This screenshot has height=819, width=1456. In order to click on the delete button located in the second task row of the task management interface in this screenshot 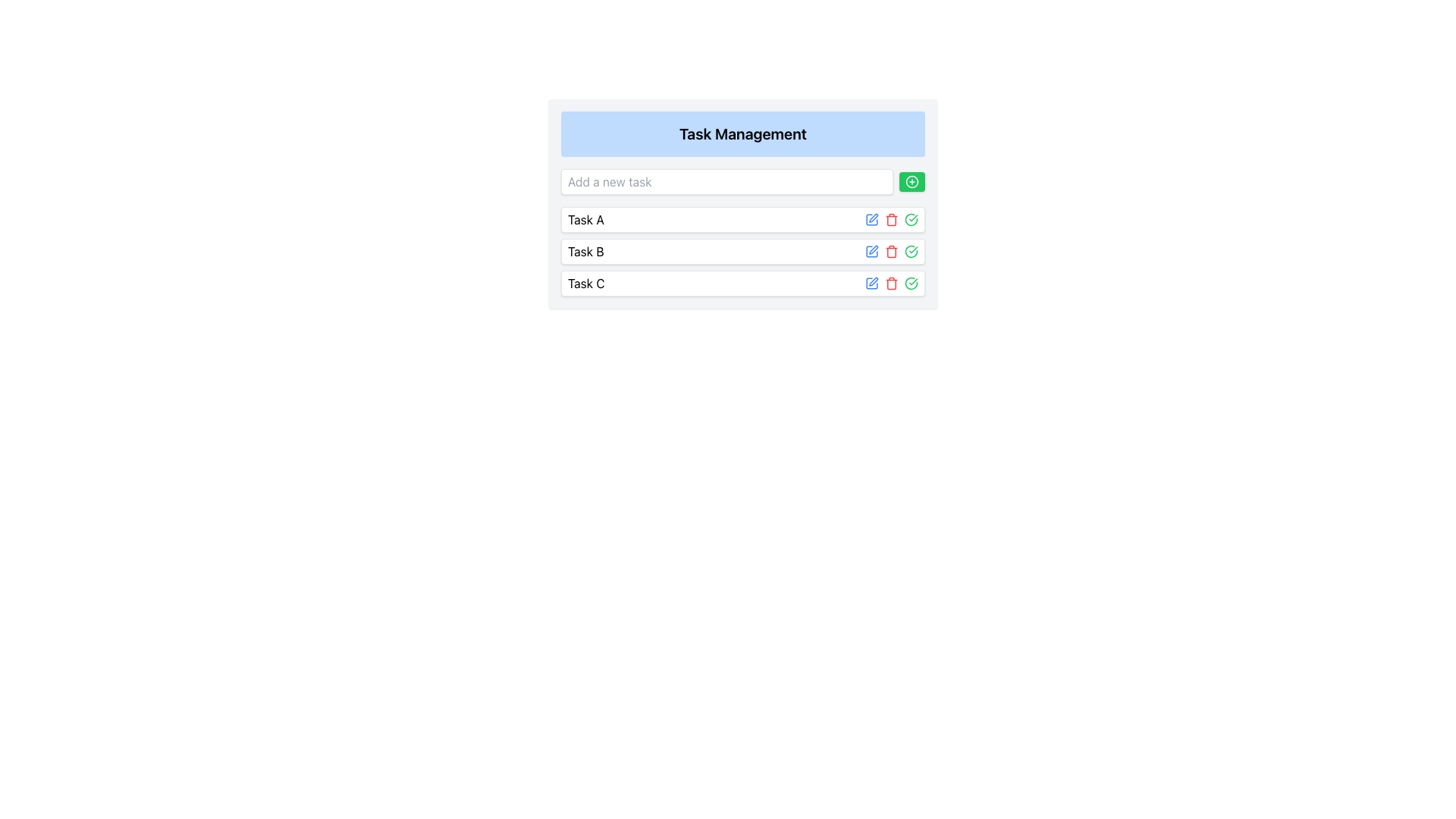, I will do `click(892, 250)`.